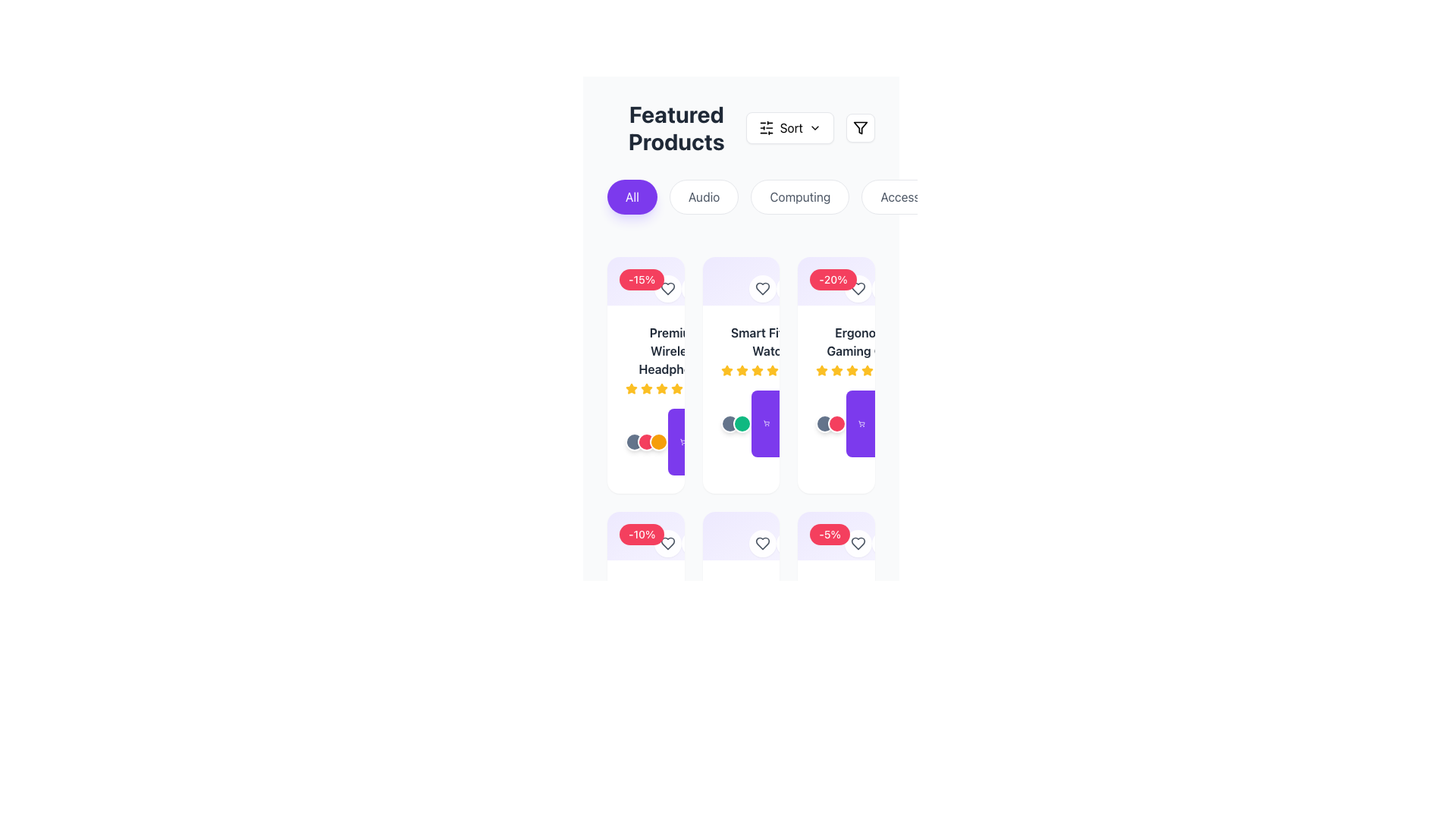 The height and width of the screenshot is (819, 1456). What do you see at coordinates (674, 359) in the screenshot?
I see `the Label and rating indicator element located in the first column of the product grid, situated below the discount badge ('-15%') and above the product color options, to read its content` at bounding box center [674, 359].